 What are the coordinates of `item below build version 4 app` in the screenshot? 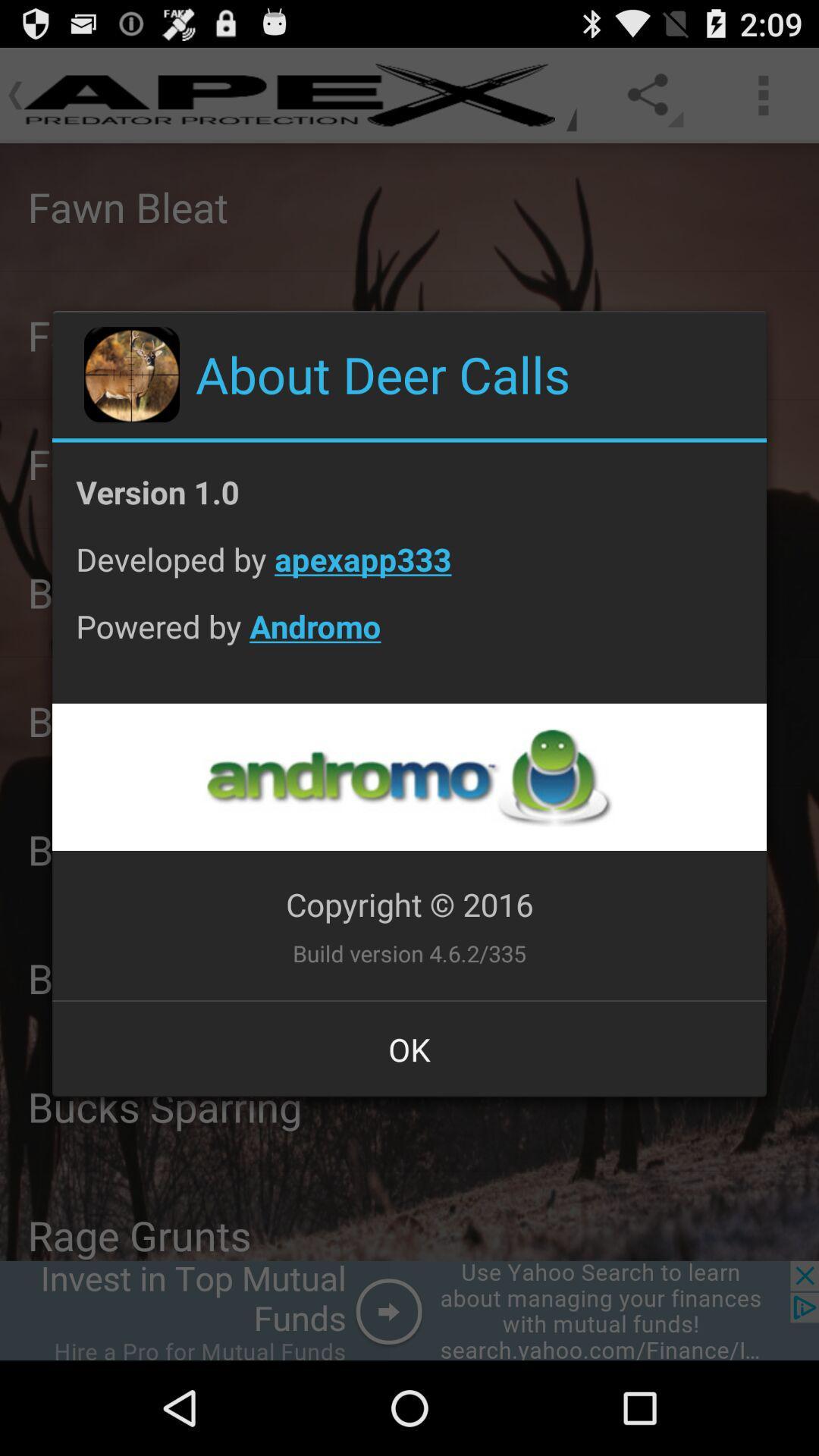 It's located at (409, 1048).